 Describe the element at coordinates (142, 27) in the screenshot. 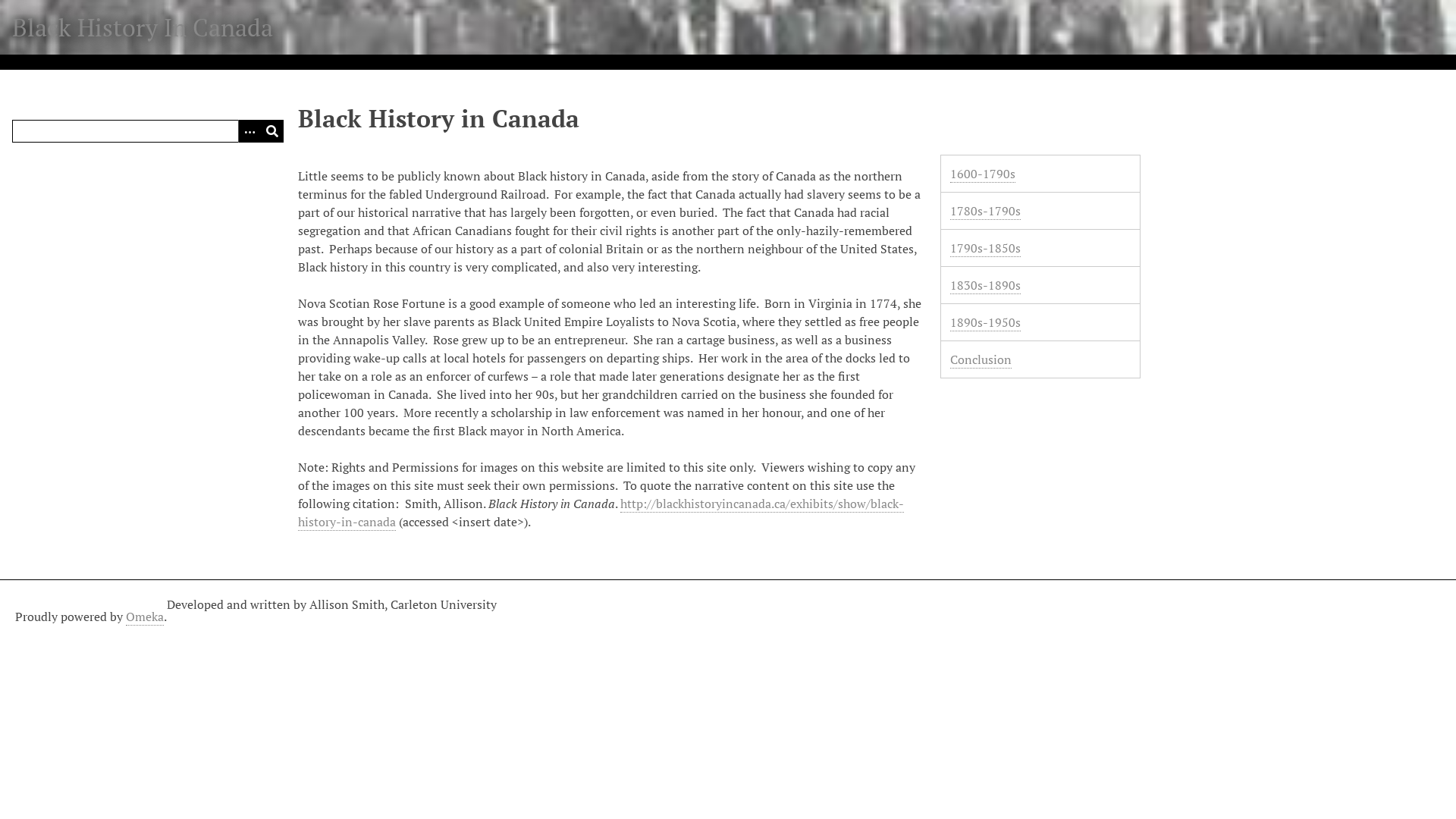

I see `'Black History In Canada'` at that location.